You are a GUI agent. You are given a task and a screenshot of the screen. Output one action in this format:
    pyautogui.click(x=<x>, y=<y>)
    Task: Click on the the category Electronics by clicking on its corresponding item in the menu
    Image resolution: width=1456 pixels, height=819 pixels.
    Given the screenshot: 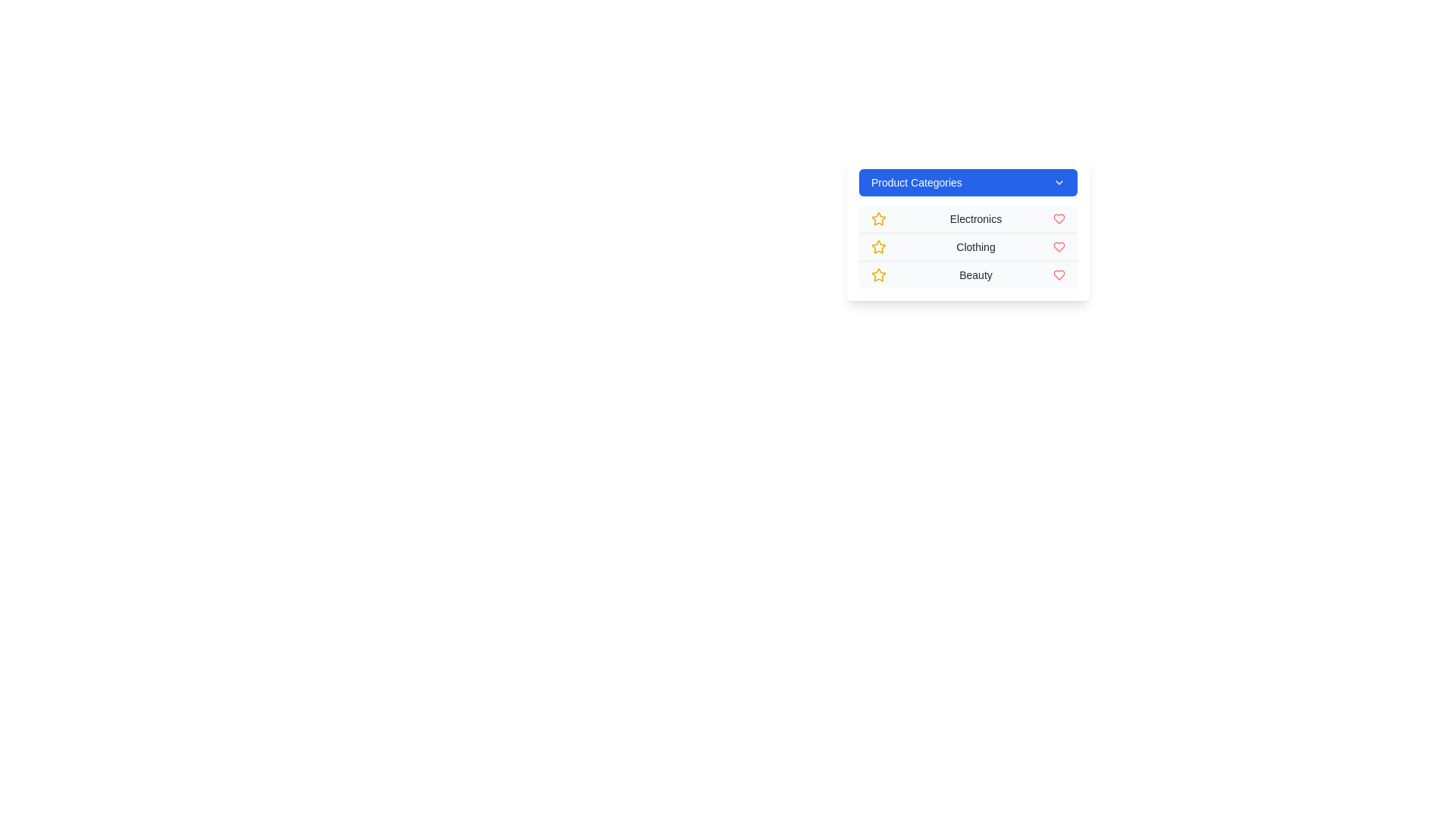 What is the action you would take?
    pyautogui.click(x=967, y=219)
    